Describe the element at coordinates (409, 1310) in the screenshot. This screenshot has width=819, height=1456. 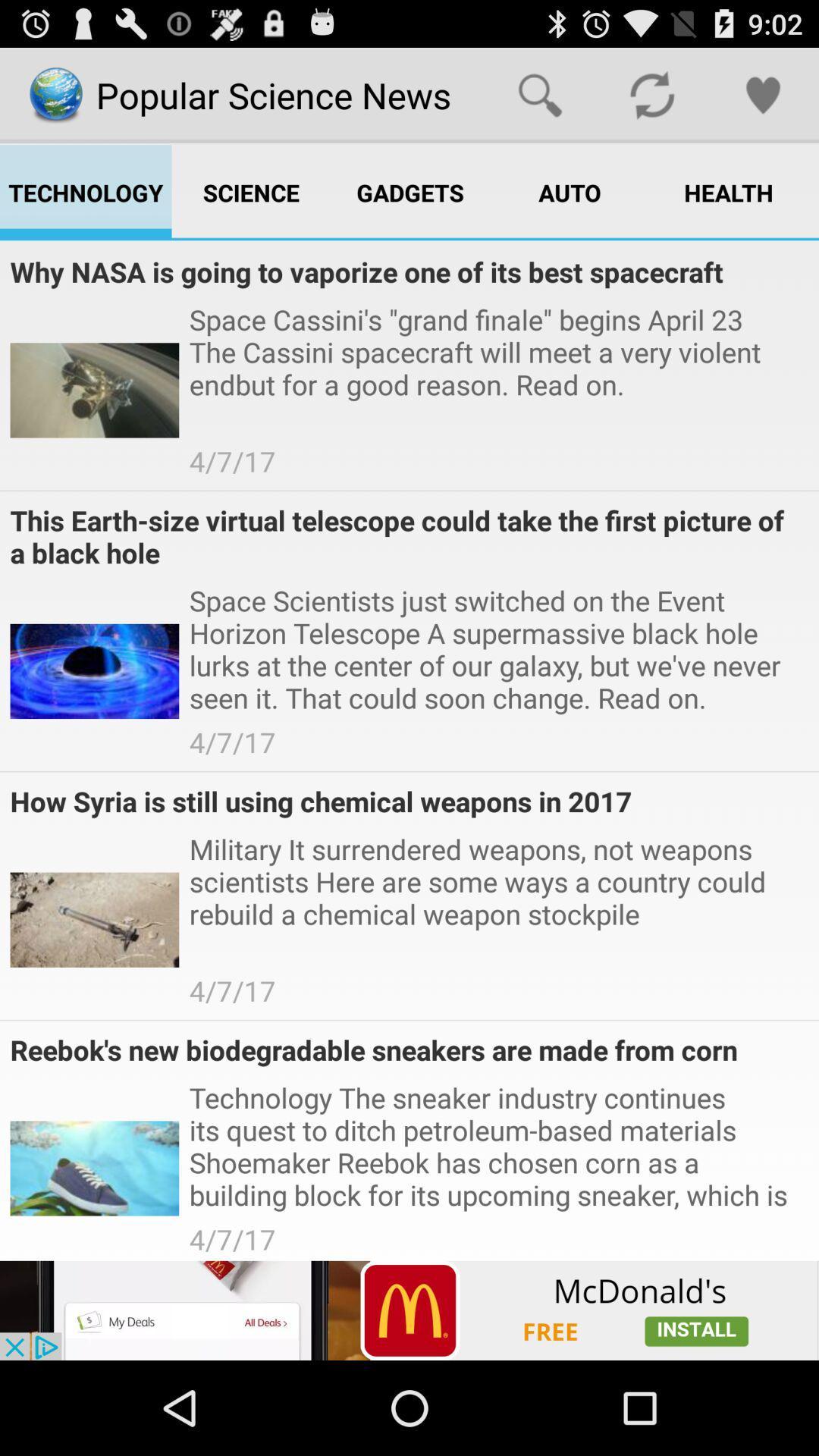
I see `view advertisement` at that location.